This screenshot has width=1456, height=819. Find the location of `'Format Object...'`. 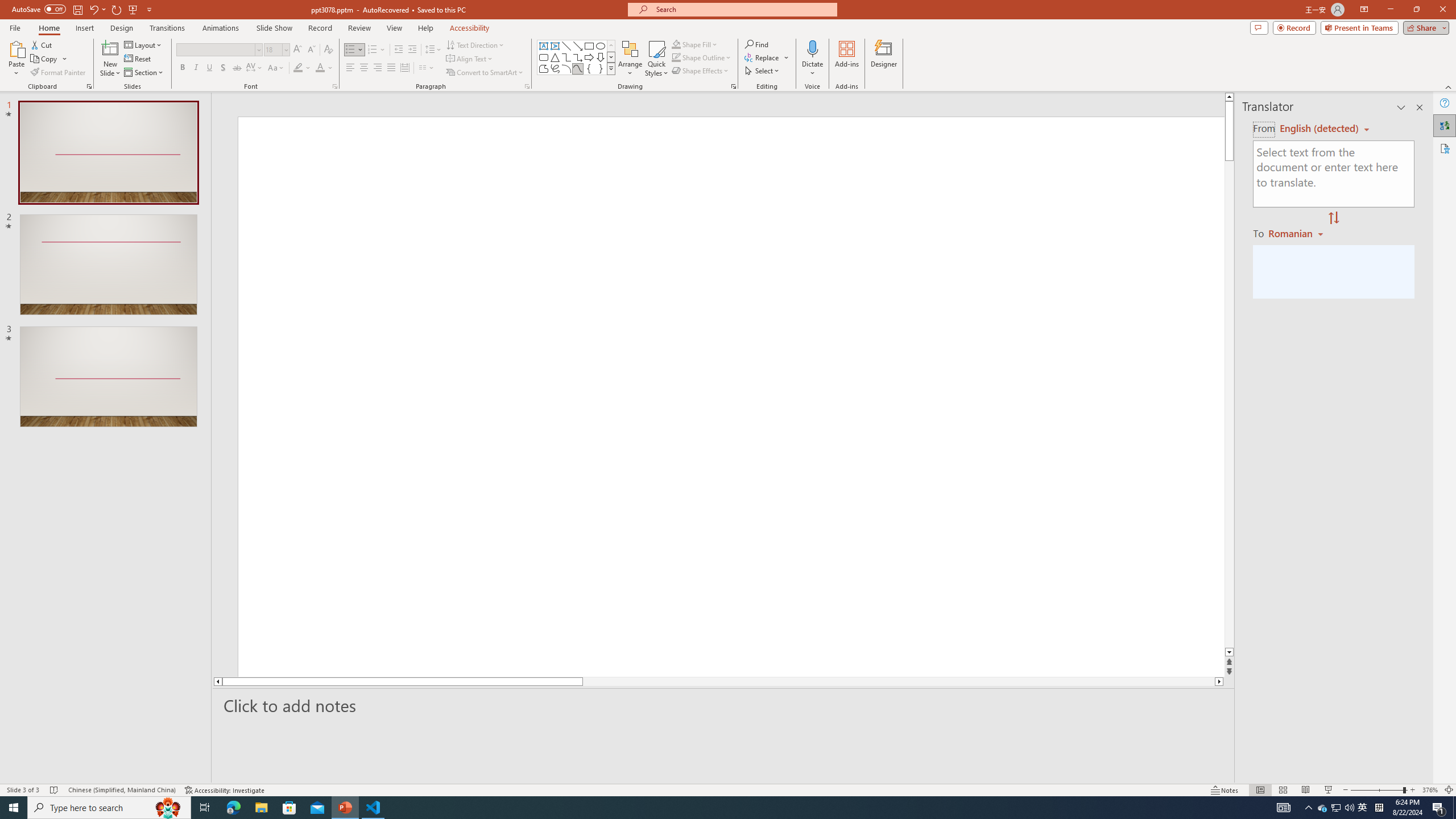

'Format Object...' is located at coordinates (733, 85).